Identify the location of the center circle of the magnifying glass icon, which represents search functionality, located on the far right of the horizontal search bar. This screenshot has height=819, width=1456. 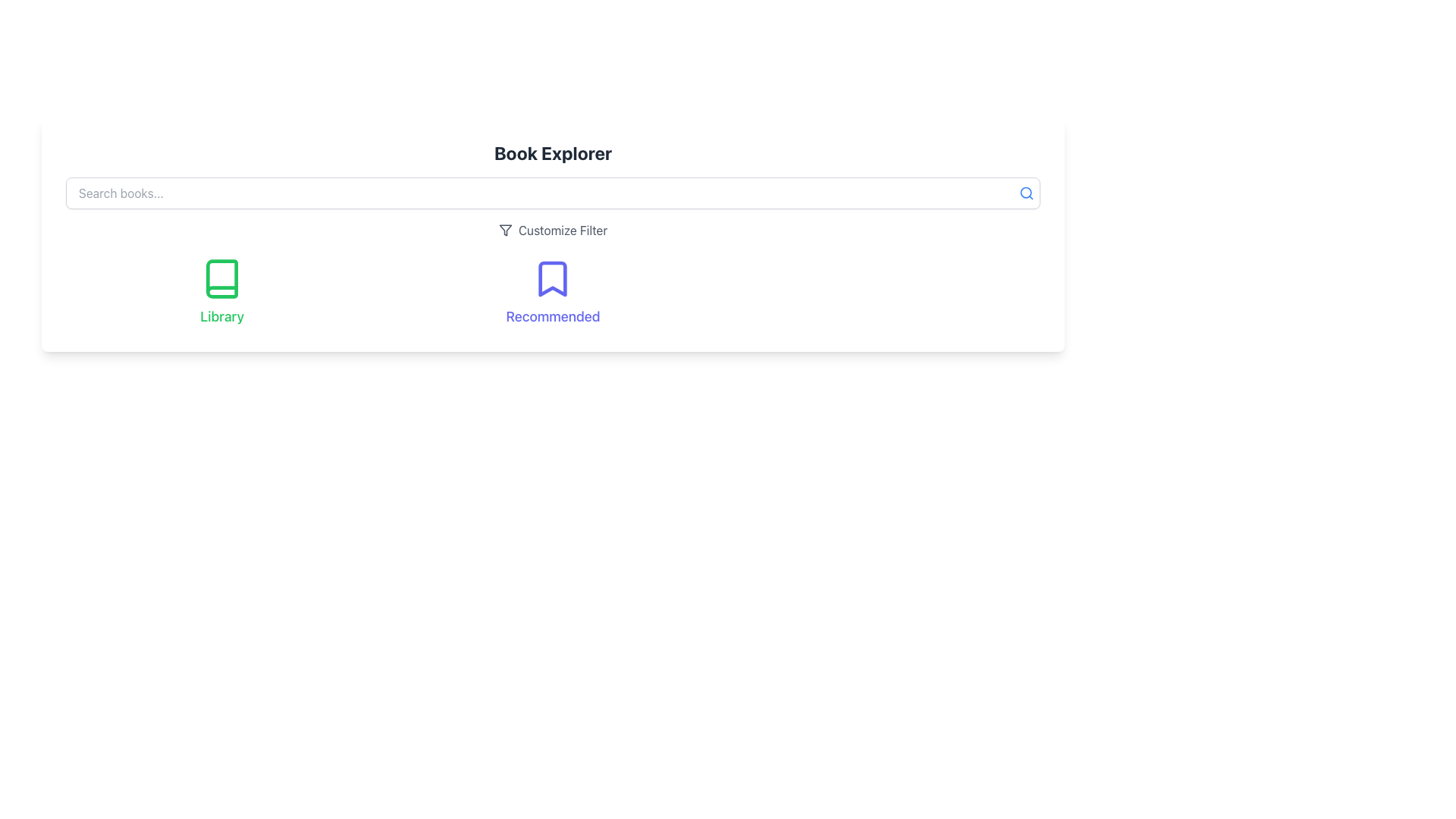
(1026, 192).